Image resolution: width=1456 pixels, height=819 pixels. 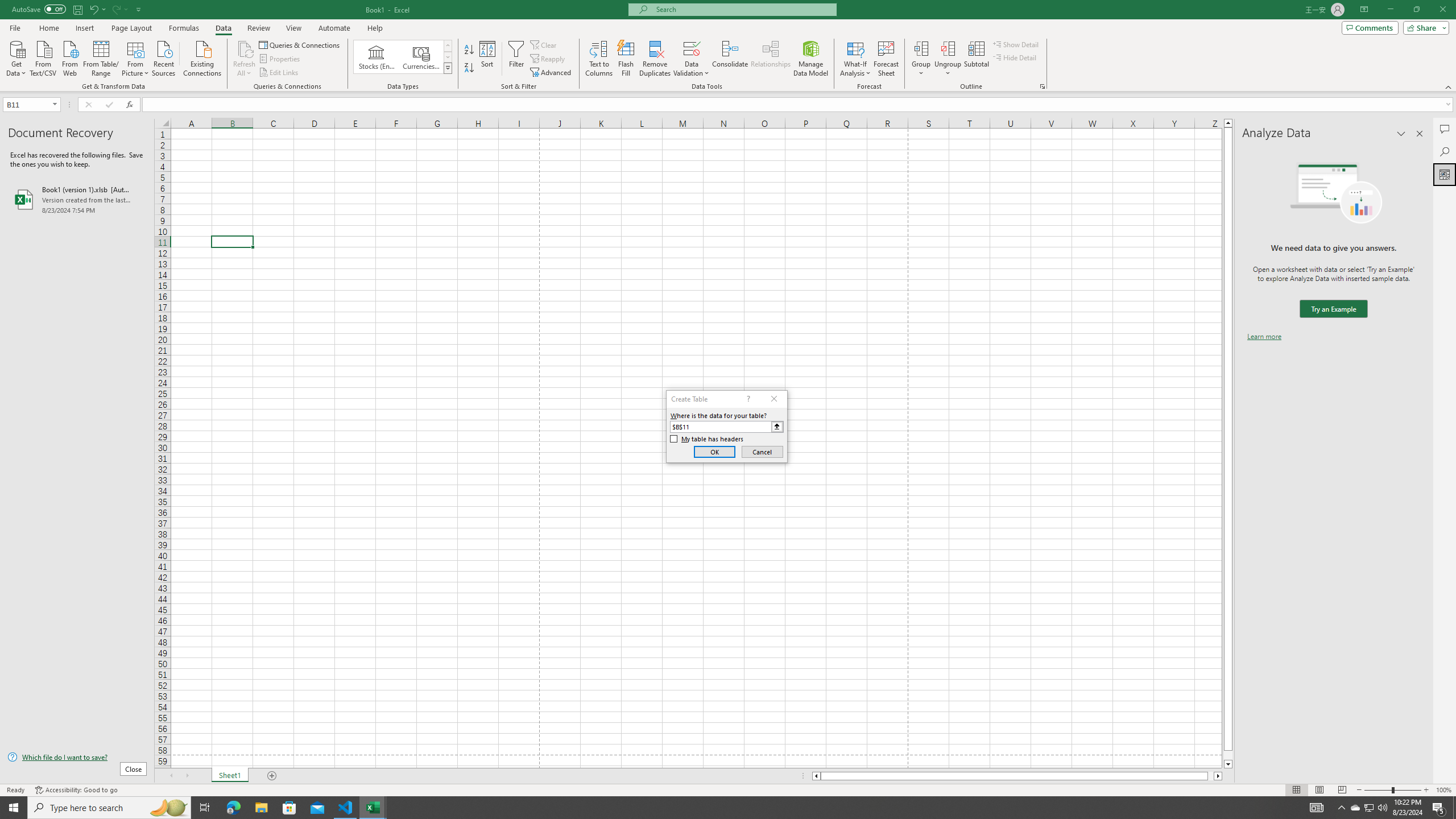 What do you see at coordinates (258, 28) in the screenshot?
I see `'Review'` at bounding box center [258, 28].